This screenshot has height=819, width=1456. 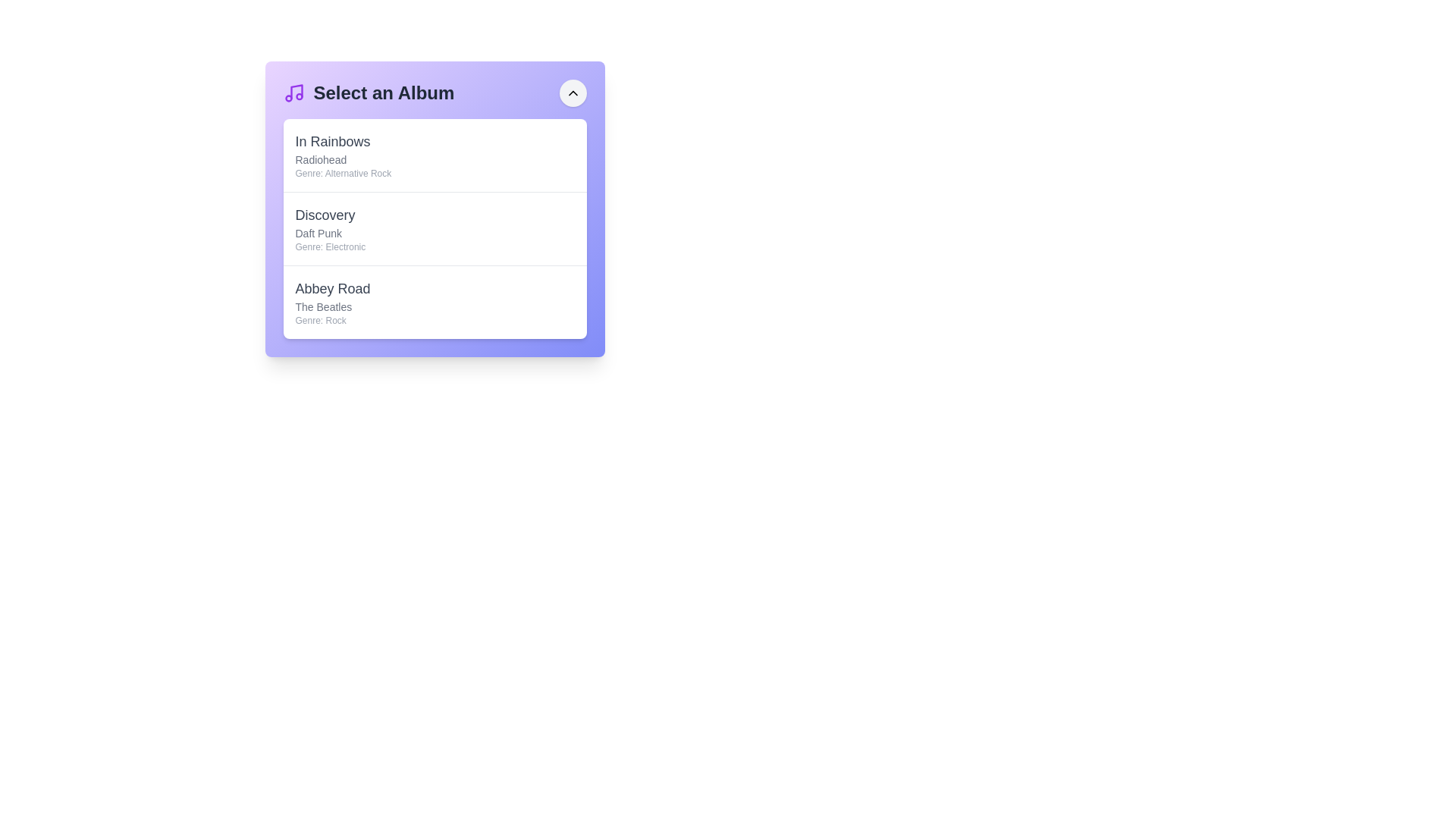 I want to click on the text label displaying the artist name for the album 'In Rainbows', which is positioned below the album title and above the genre information, so click(x=342, y=160).